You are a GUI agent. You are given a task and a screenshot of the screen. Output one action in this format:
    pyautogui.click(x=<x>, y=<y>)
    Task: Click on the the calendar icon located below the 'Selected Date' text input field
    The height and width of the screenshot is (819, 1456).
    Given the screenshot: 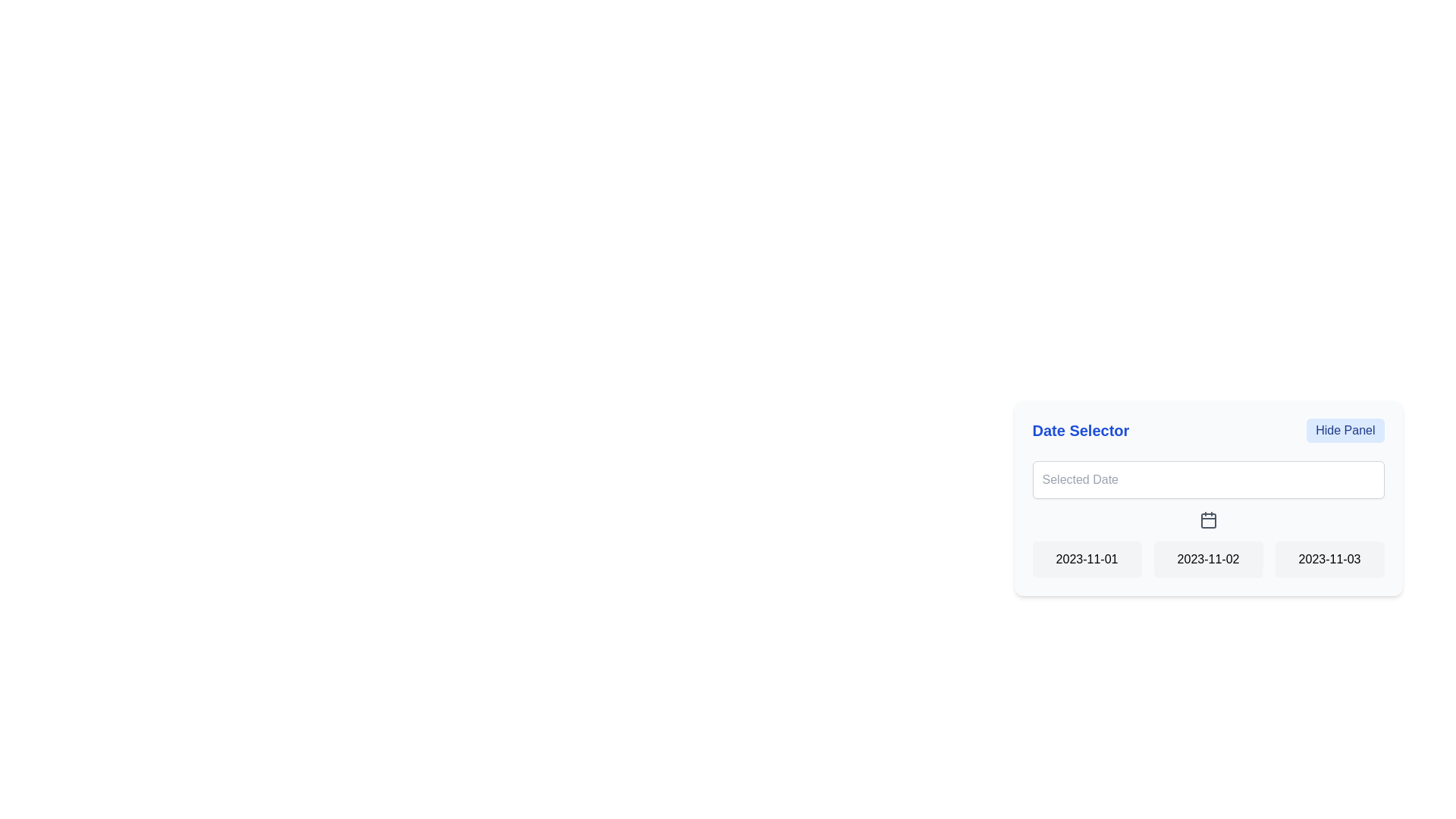 What is the action you would take?
    pyautogui.click(x=1207, y=519)
    